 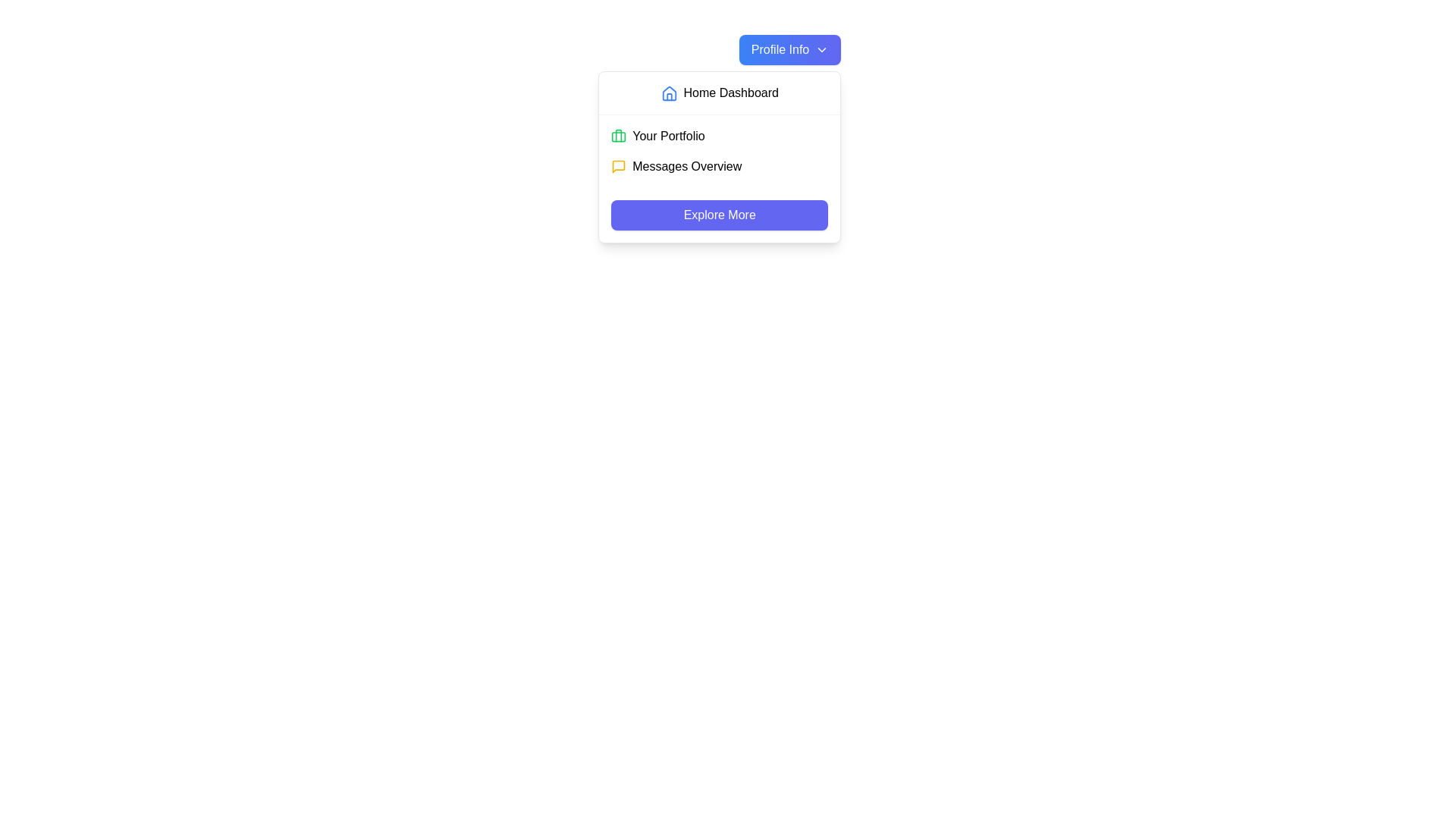 What do you see at coordinates (719, 215) in the screenshot?
I see `the action trigger button located at the bottom of the dropdown menu` at bounding box center [719, 215].